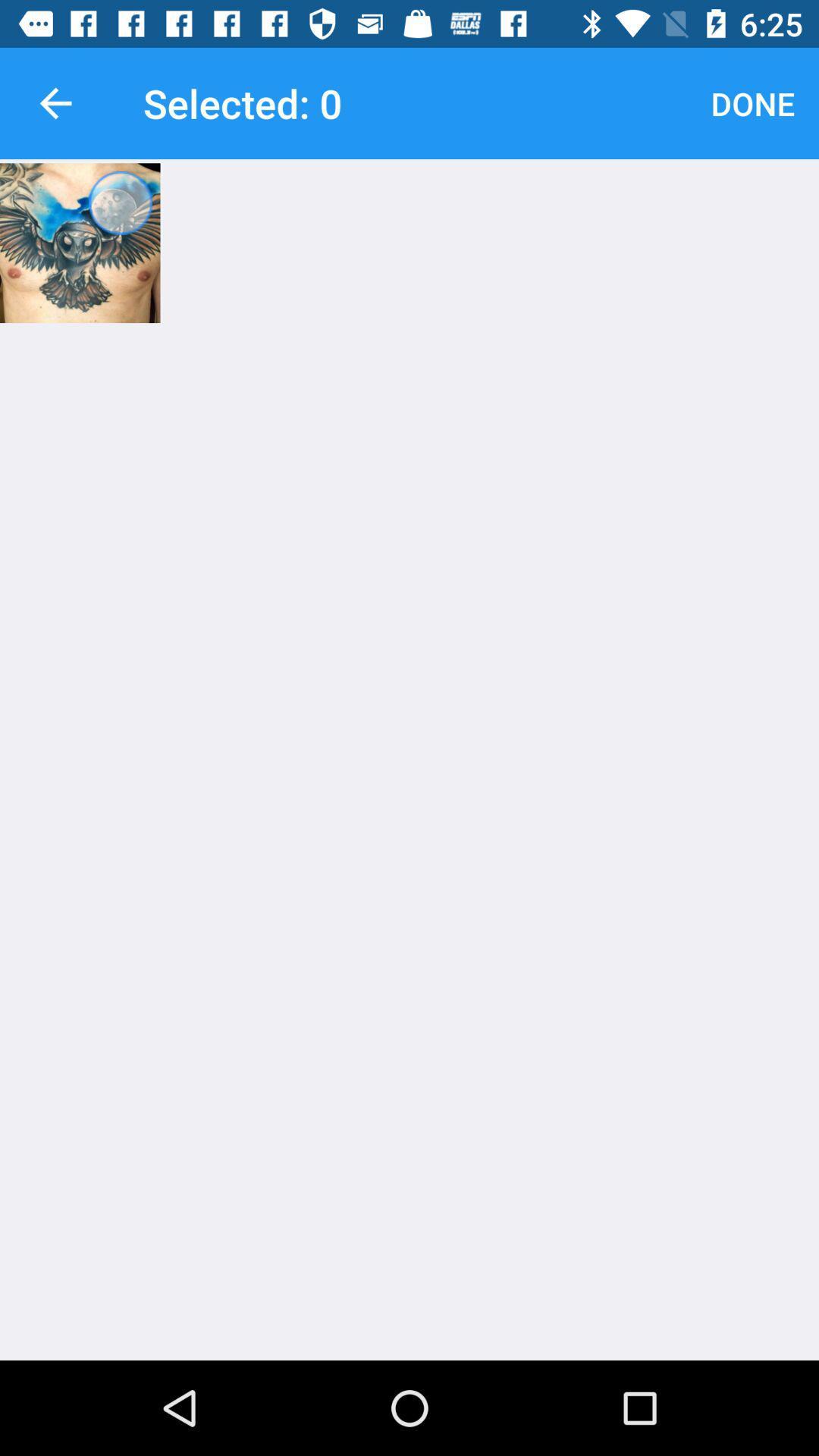  Describe the element at coordinates (55, 102) in the screenshot. I see `the icon to the left of selected: 0` at that location.